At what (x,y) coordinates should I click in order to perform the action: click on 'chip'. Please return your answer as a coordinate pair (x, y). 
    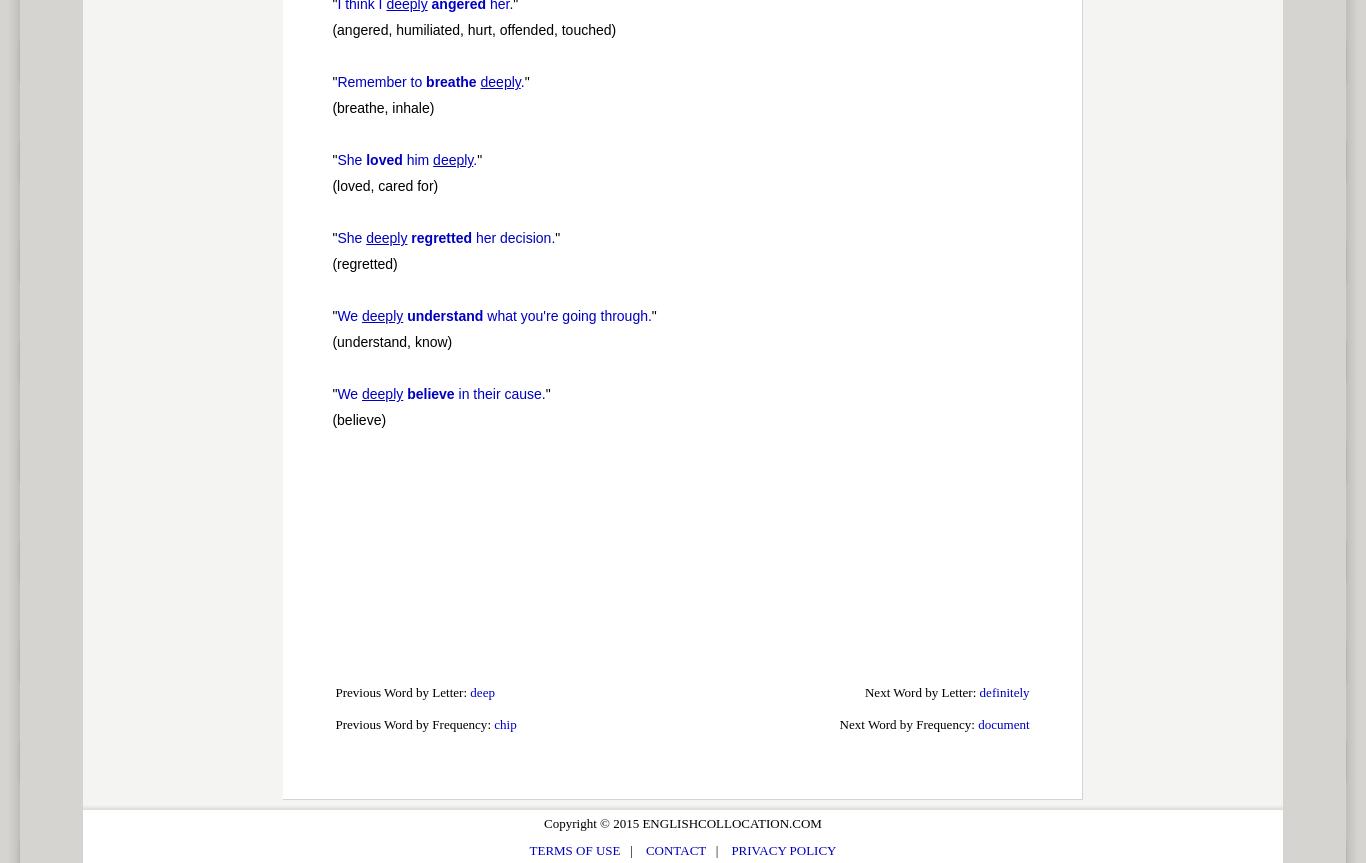
    Looking at the image, I should click on (493, 724).